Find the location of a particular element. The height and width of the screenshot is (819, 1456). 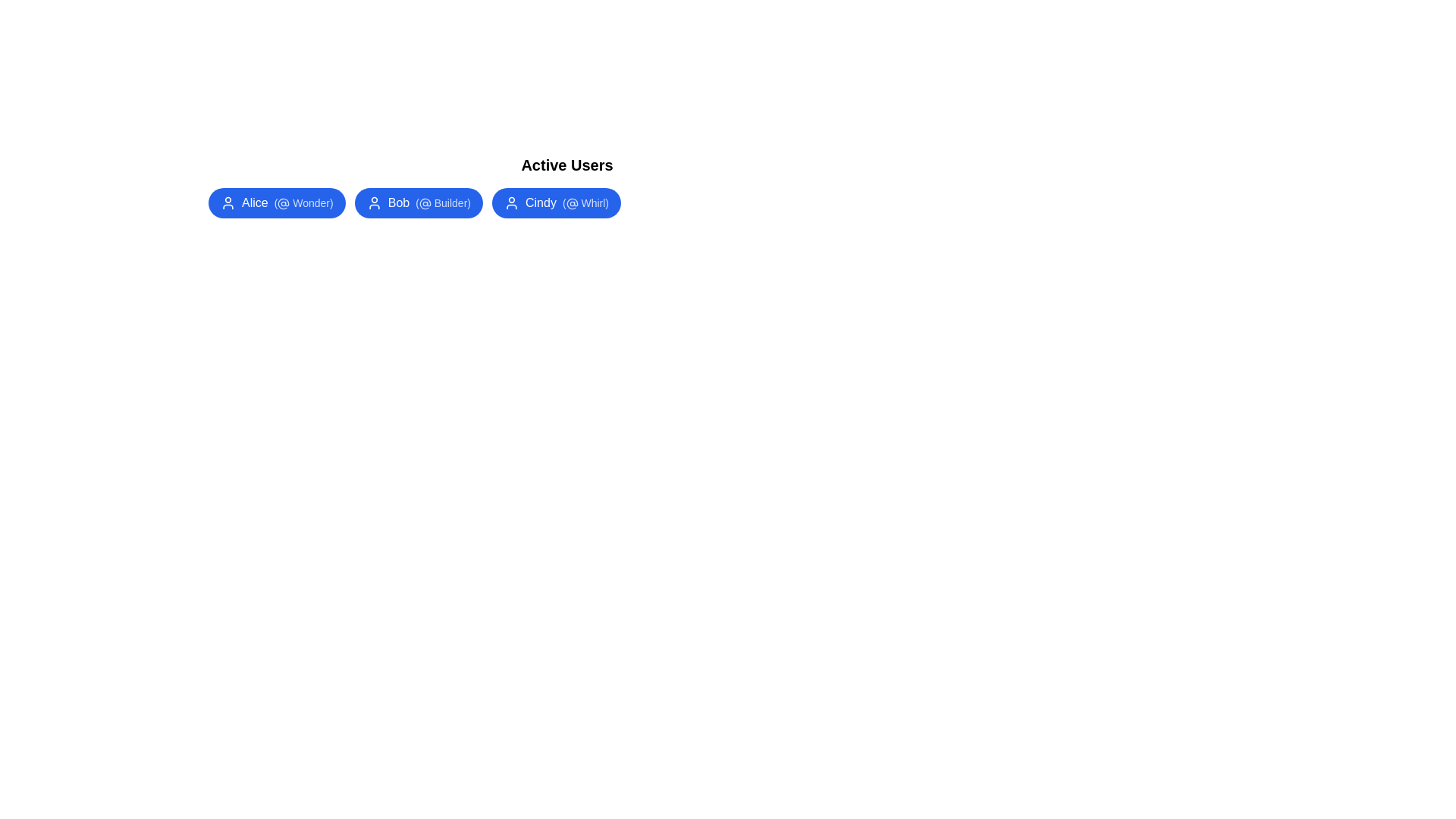

the user chip for Alice is located at coordinates (276, 202).